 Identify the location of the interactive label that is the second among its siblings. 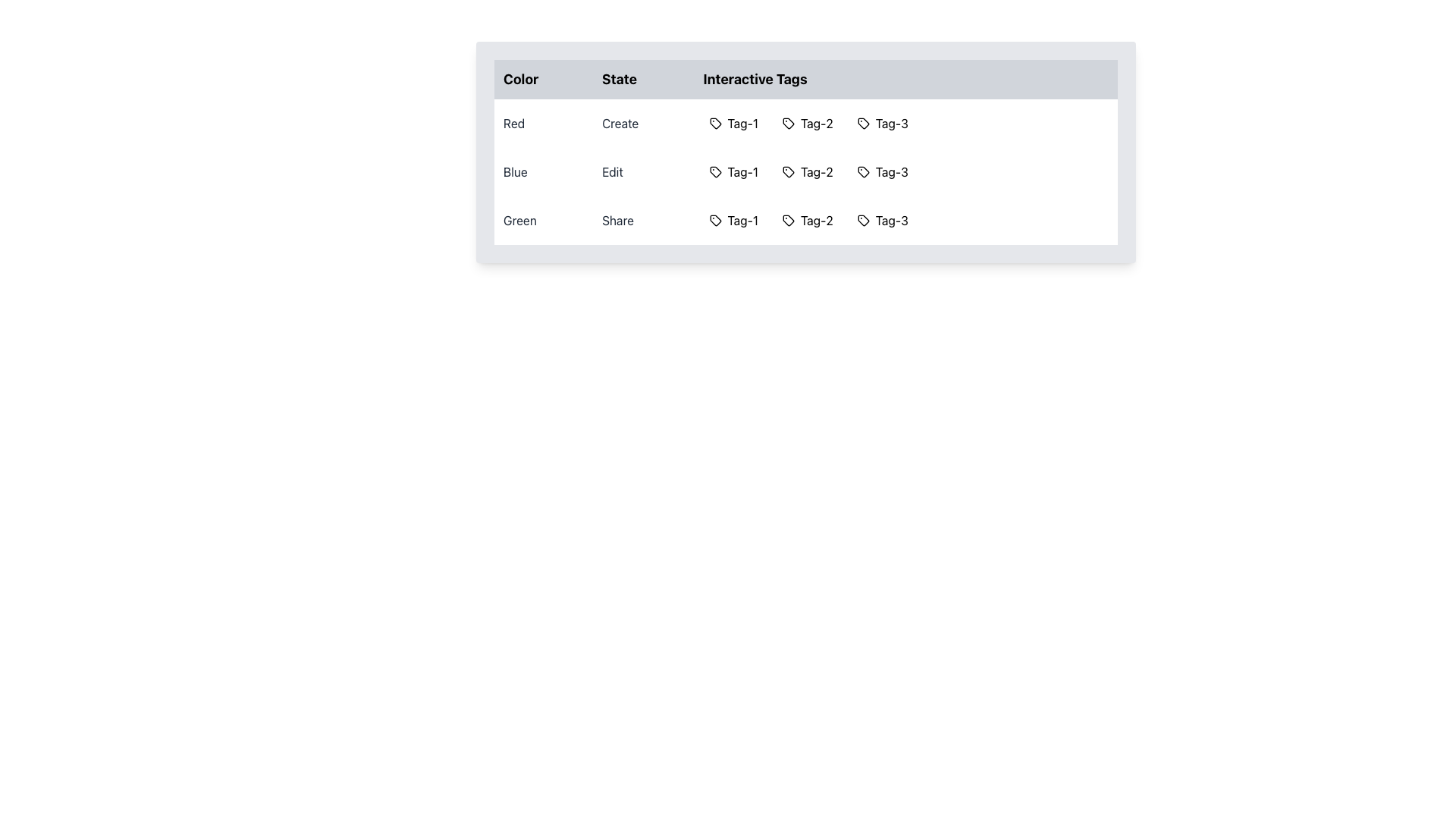
(807, 122).